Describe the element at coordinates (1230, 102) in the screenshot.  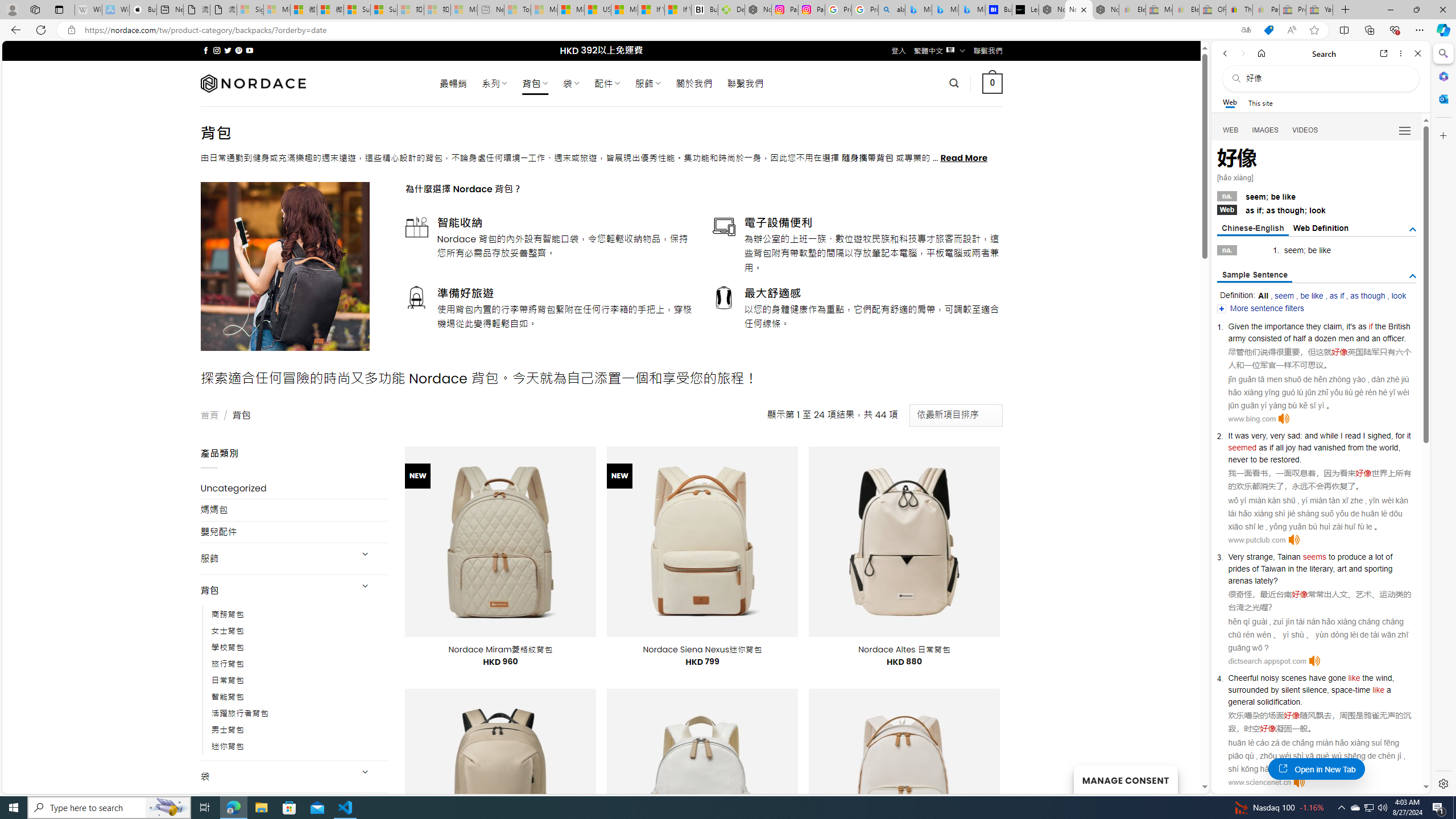
I see `'Web scope'` at that location.